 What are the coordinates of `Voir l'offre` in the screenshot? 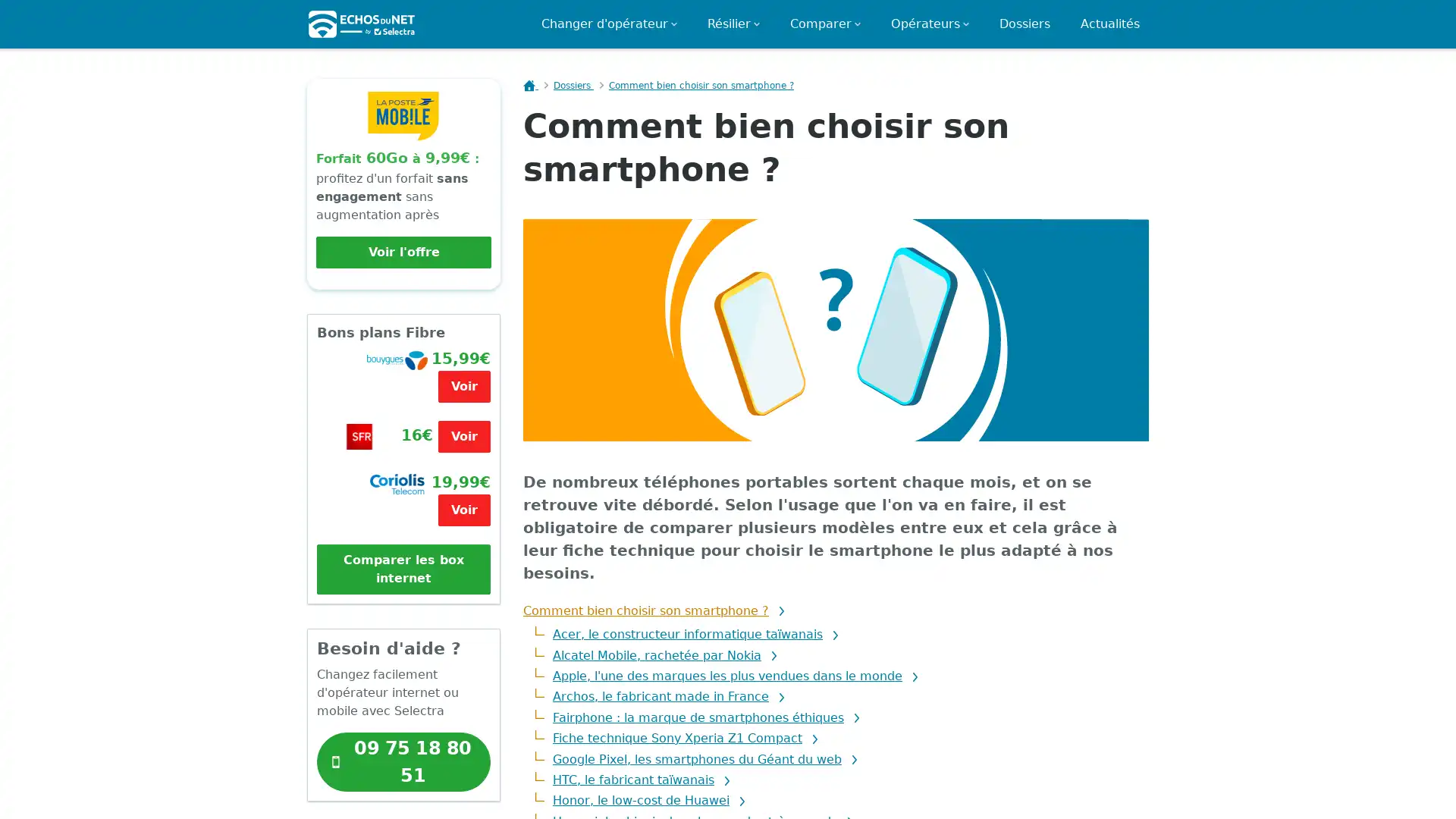 It's located at (403, 250).